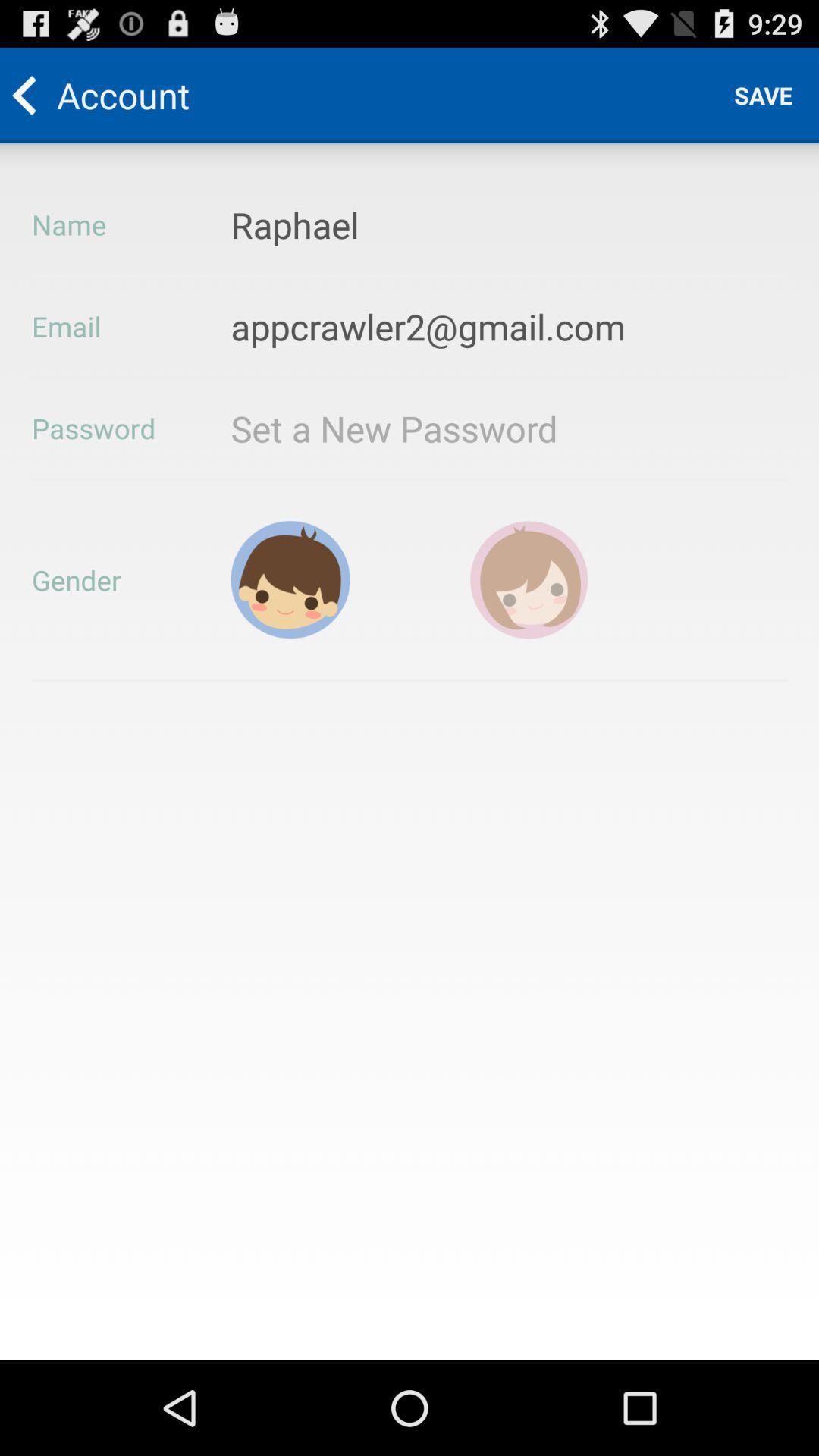  Describe the element at coordinates (438, 428) in the screenshot. I see `set a new password` at that location.